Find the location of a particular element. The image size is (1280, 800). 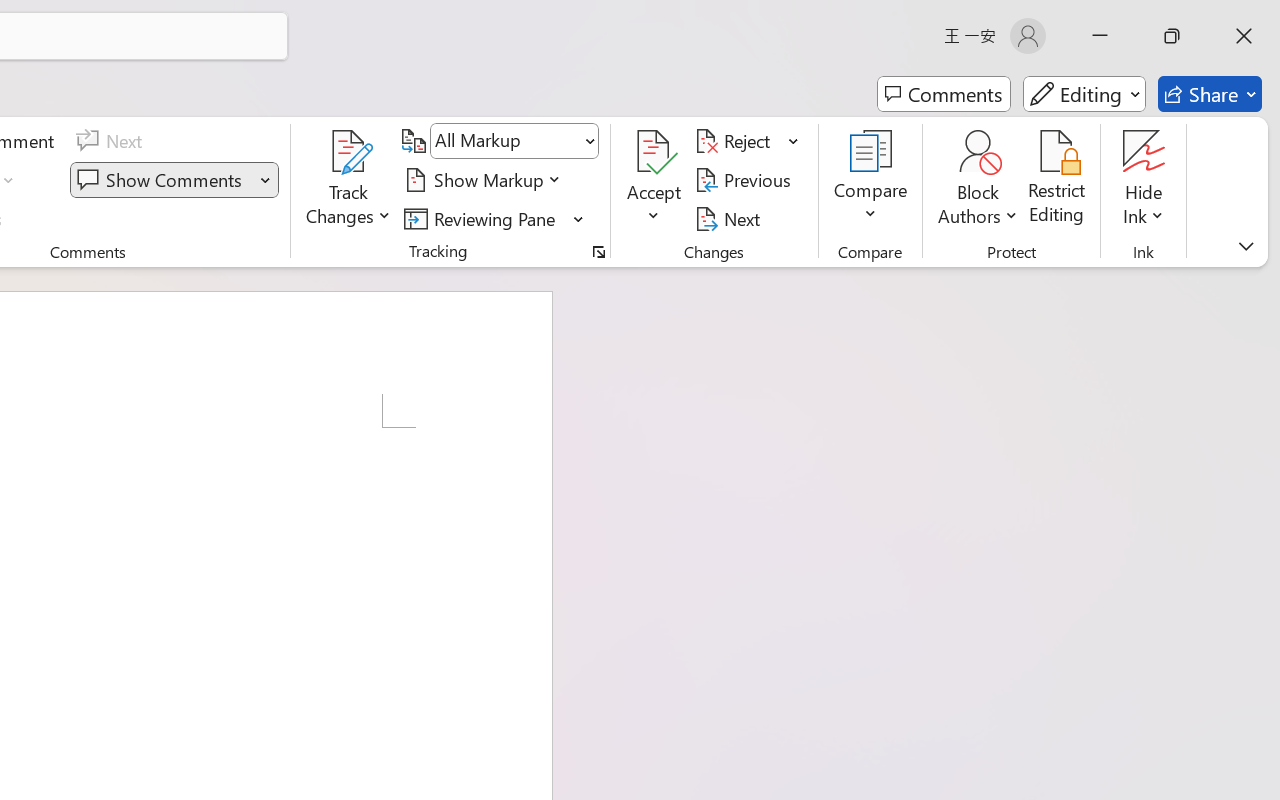

'Reject' is located at coordinates (746, 141).